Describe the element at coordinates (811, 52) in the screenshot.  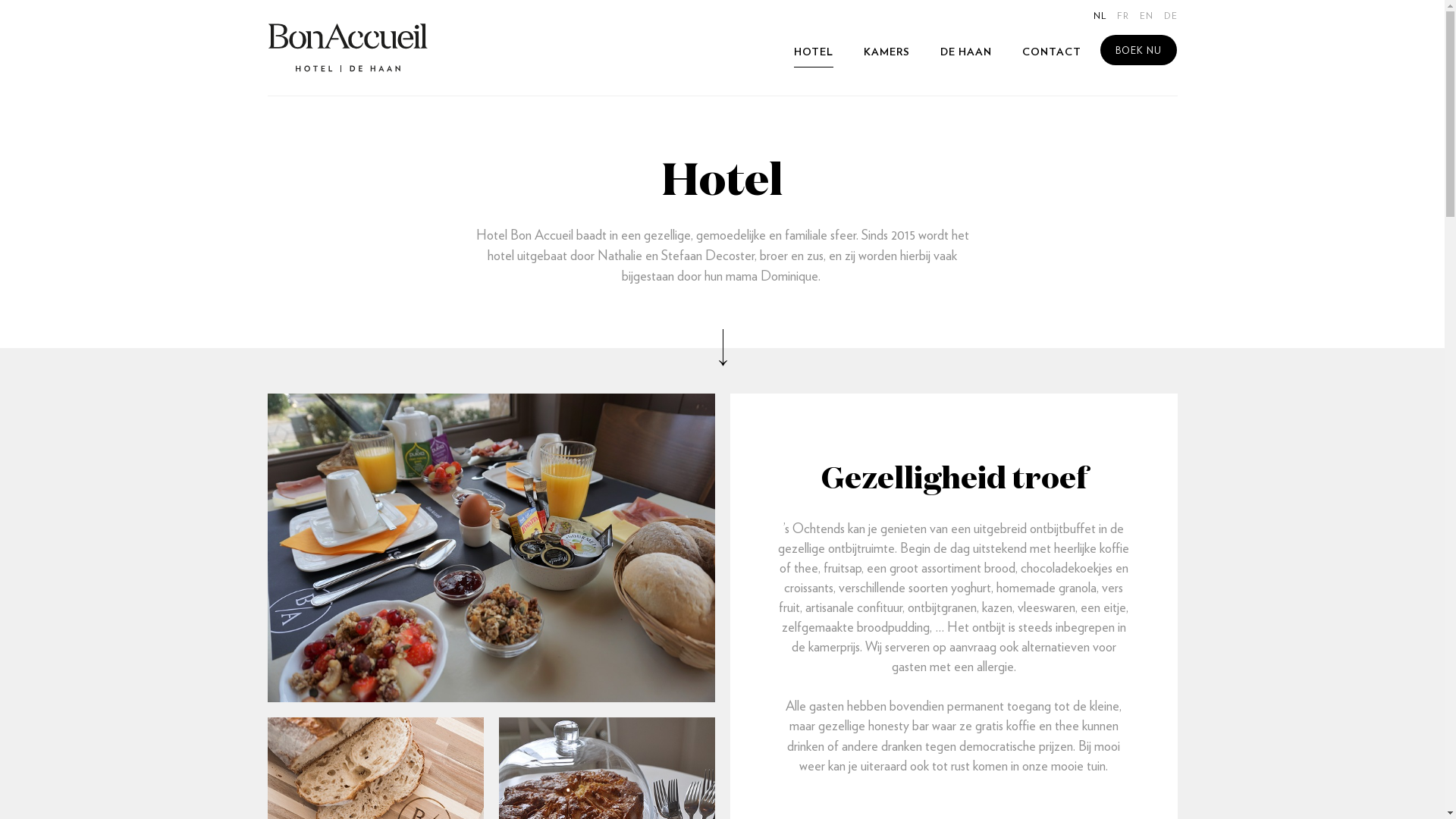
I see `'HOTEL` at that location.